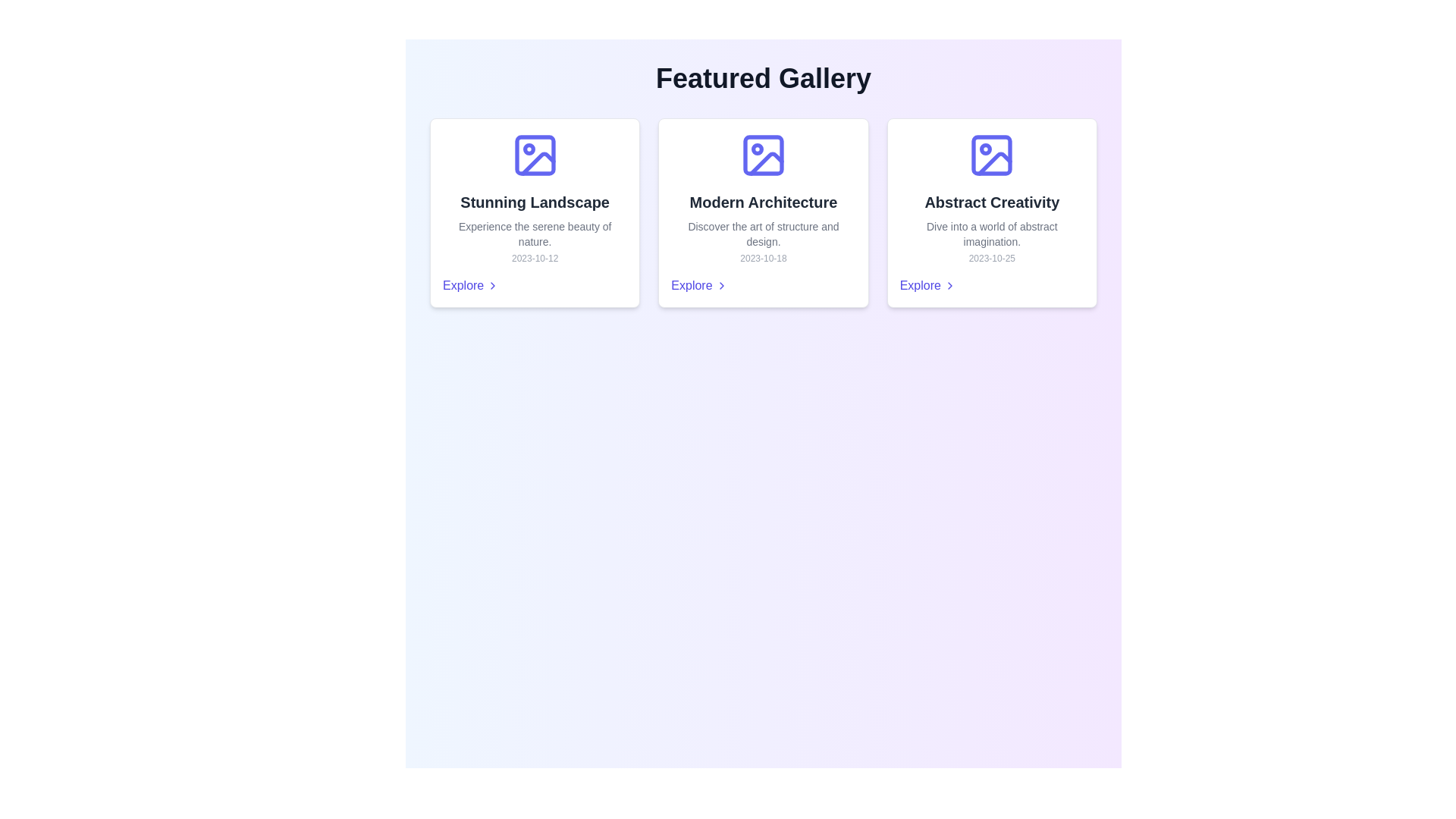 The height and width of the screenshot is (819, 1456). Describe the element at coordinates (535, 257) in the screenshot. I see `the Text Label that presents a date, located below the description 'Experience the serene beauty of nature.' and above the 'Explore' link` at that location.